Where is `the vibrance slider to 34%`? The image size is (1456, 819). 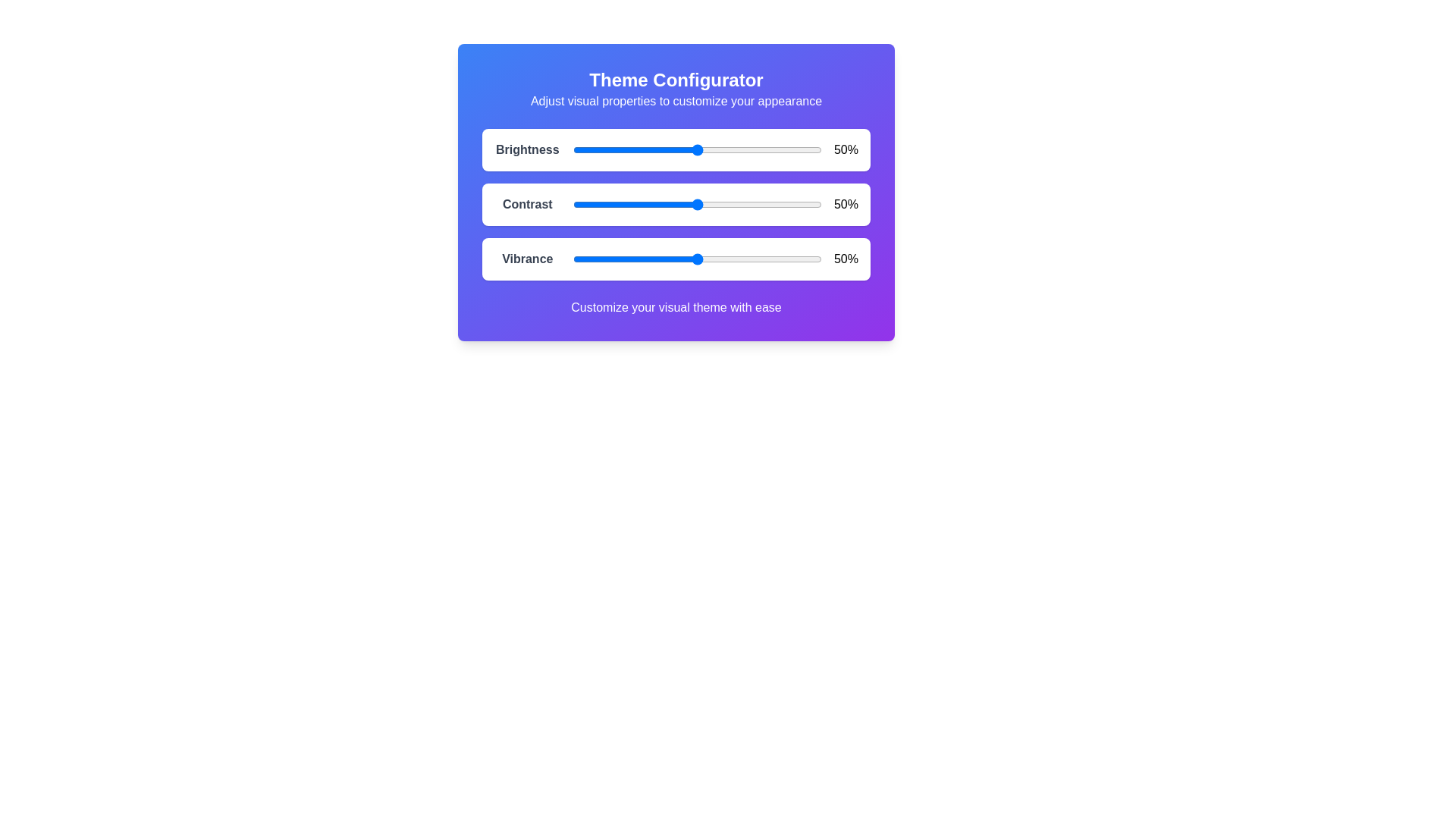 the vibrance slider to 34% is located at coordinates (657, 259).